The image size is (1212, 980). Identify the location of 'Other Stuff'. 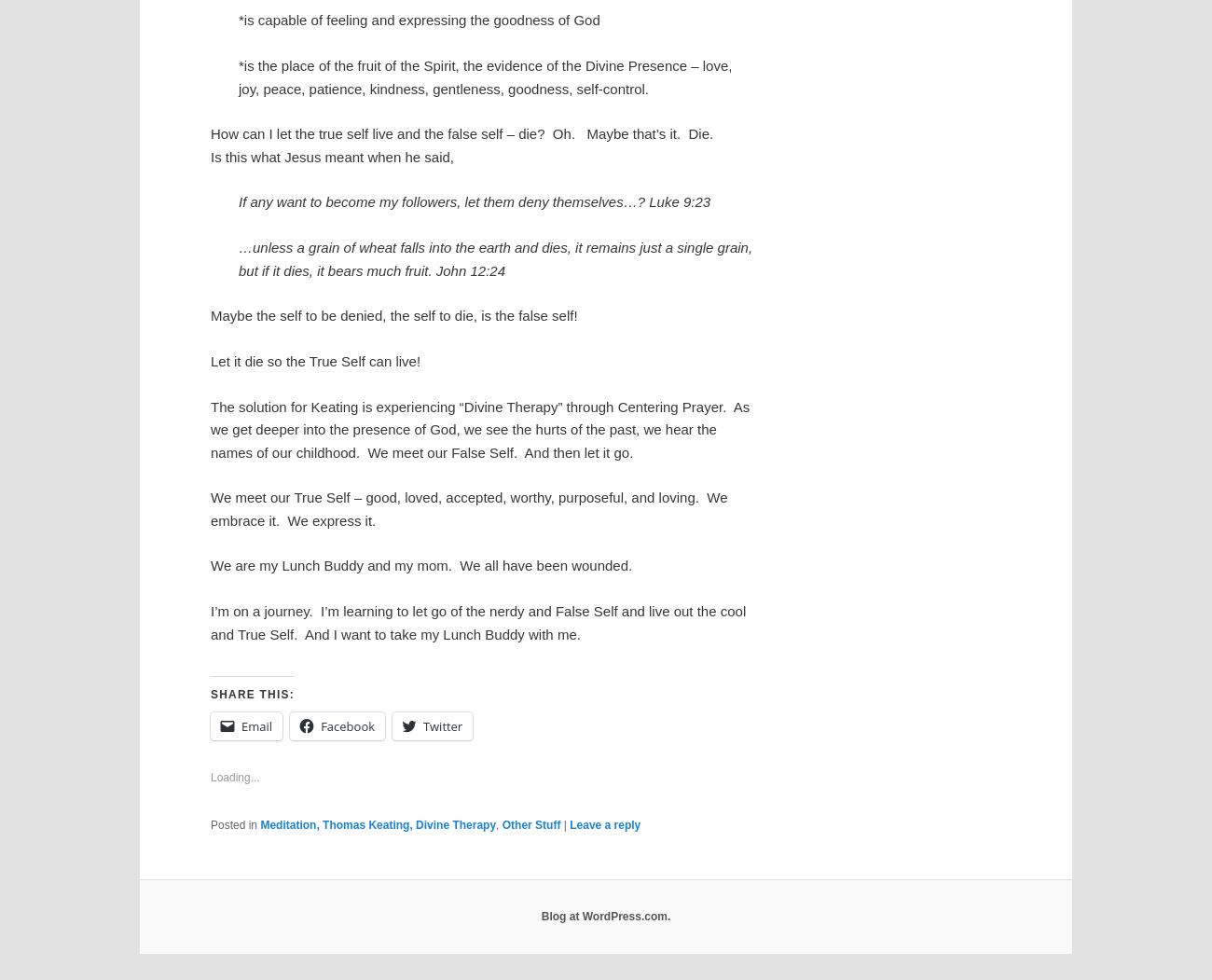
(530, 824).